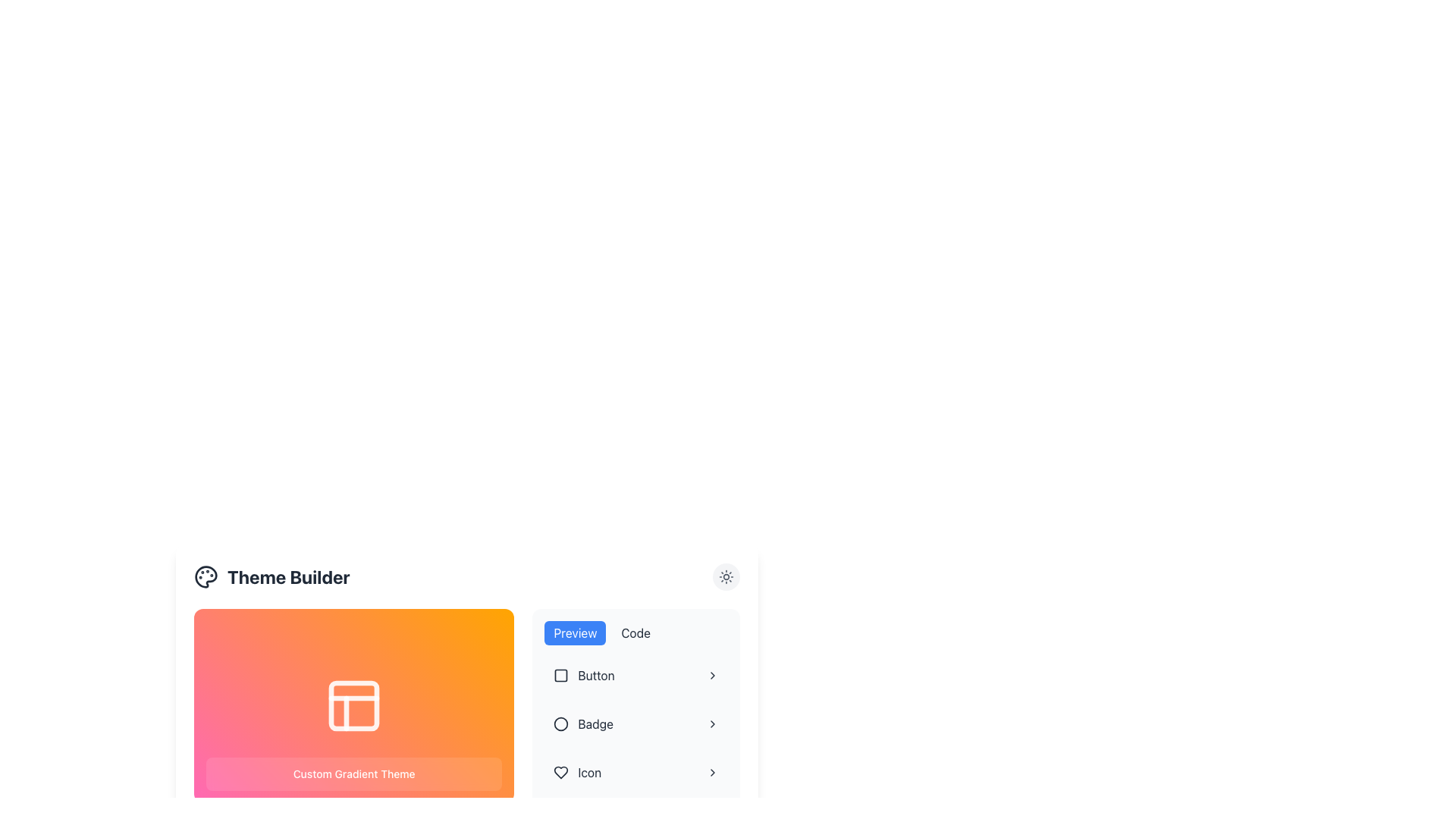 The height and width of the screenshot is (819, 1456). I want to click on the first icon element, which is likely used for likes or favorites, so click(560, 772).